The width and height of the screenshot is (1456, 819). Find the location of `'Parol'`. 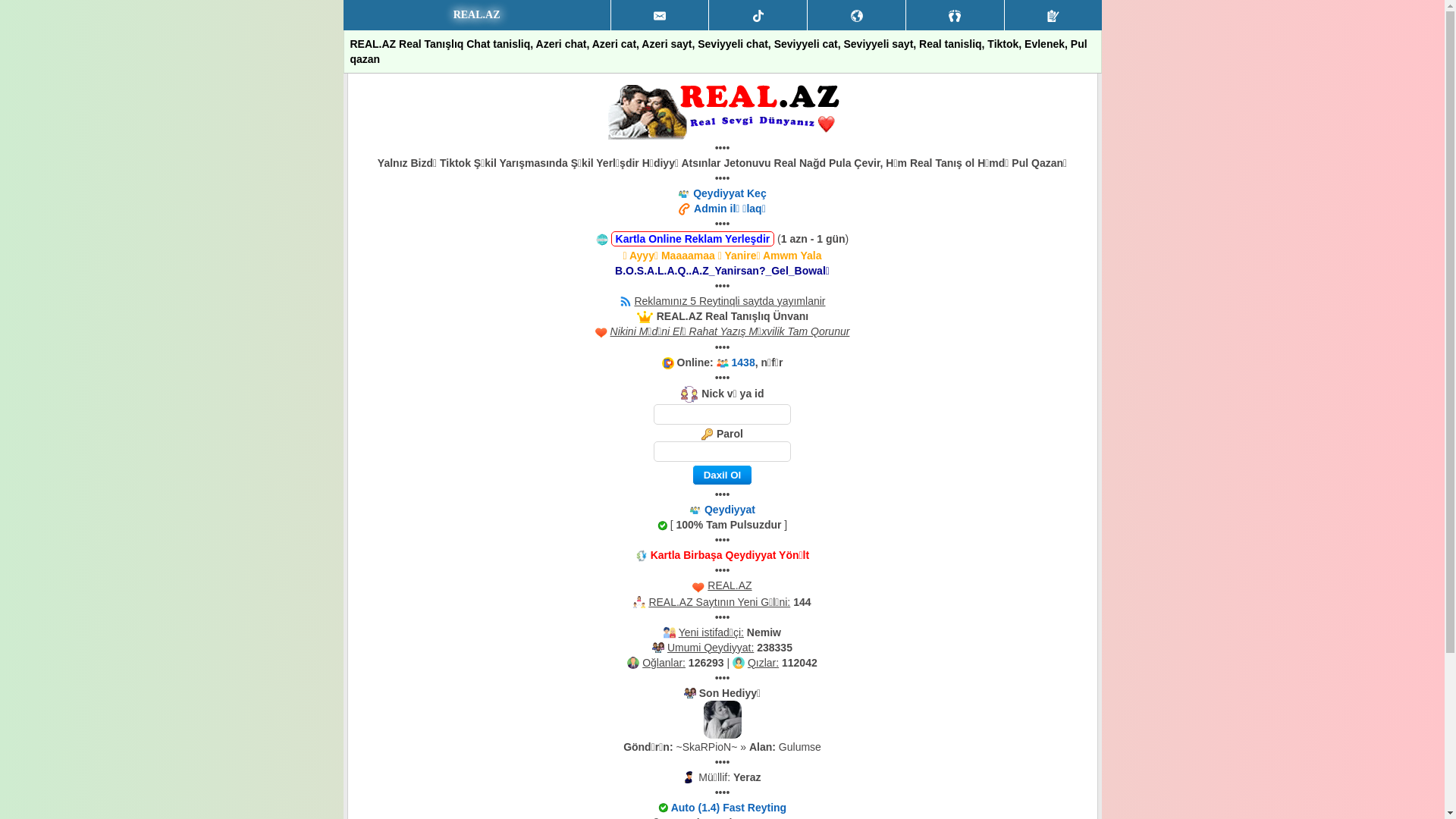

'Parol' is located at coordinates (721, 450).